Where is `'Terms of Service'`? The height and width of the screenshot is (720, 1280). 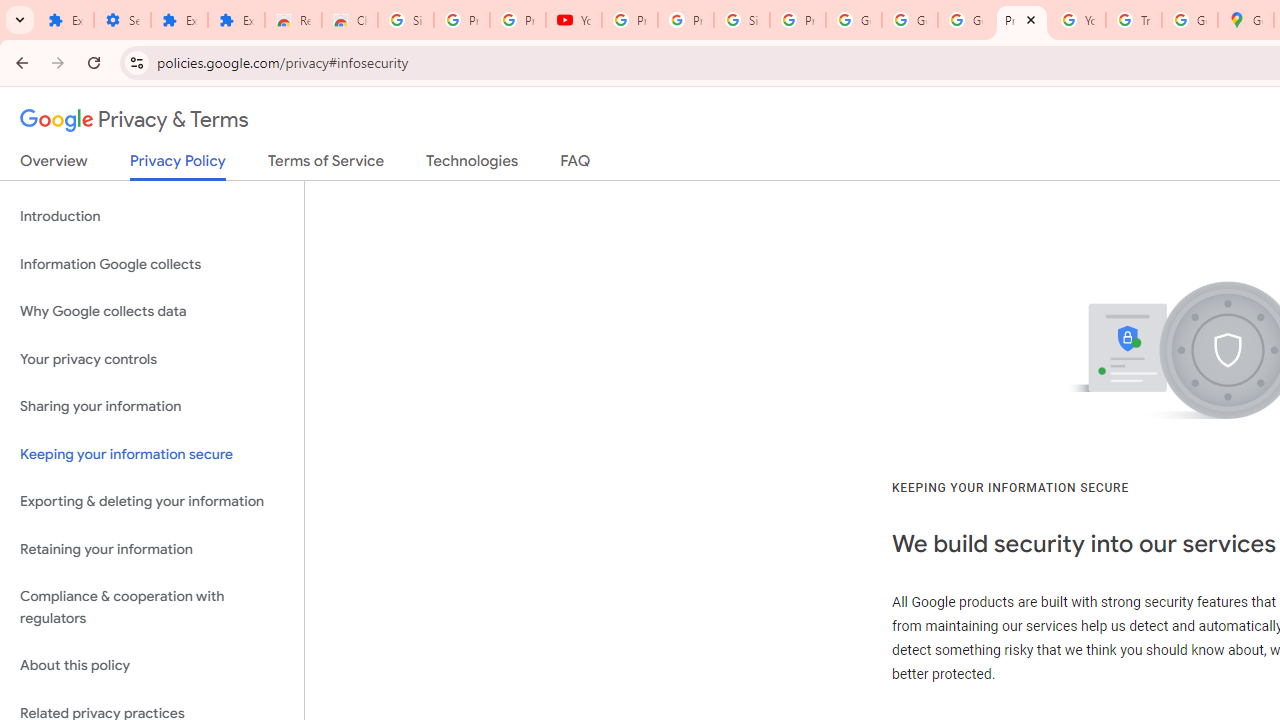 'Terms of Service' is located at coordinates (326, 164).